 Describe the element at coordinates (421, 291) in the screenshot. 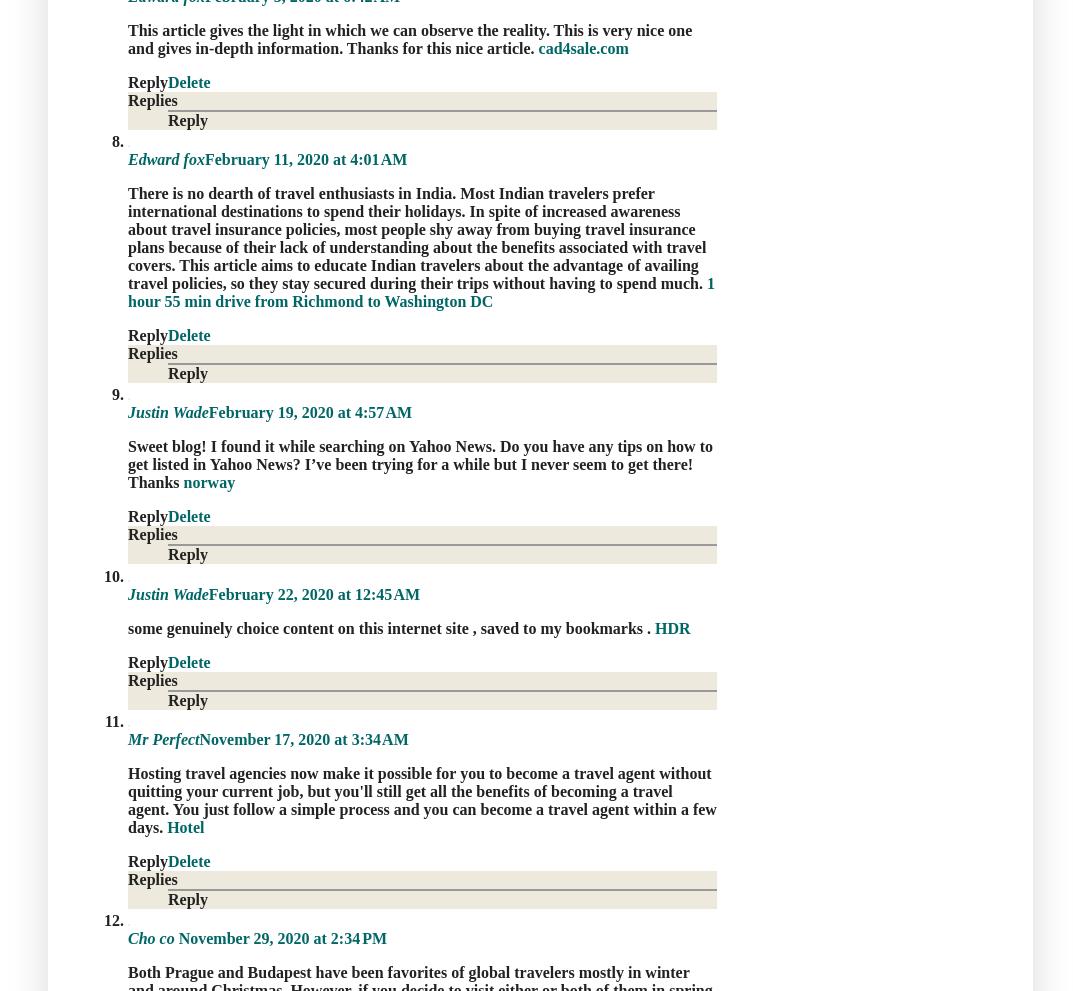

I see `'1 hour 55 min drive from Richmond to Washington DC'` at that location.